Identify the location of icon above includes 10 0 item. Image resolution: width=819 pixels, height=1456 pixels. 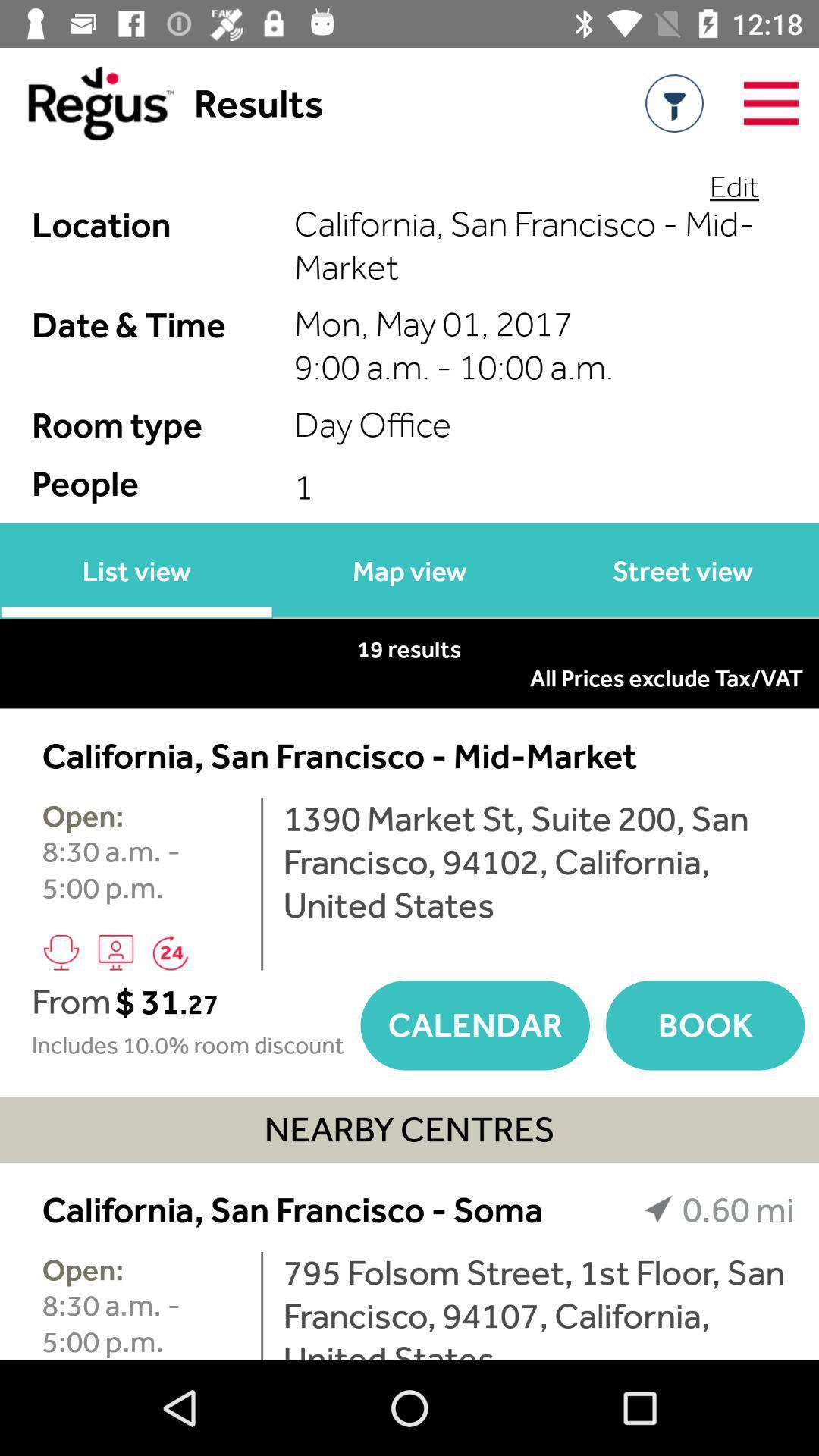
(236, 1002).